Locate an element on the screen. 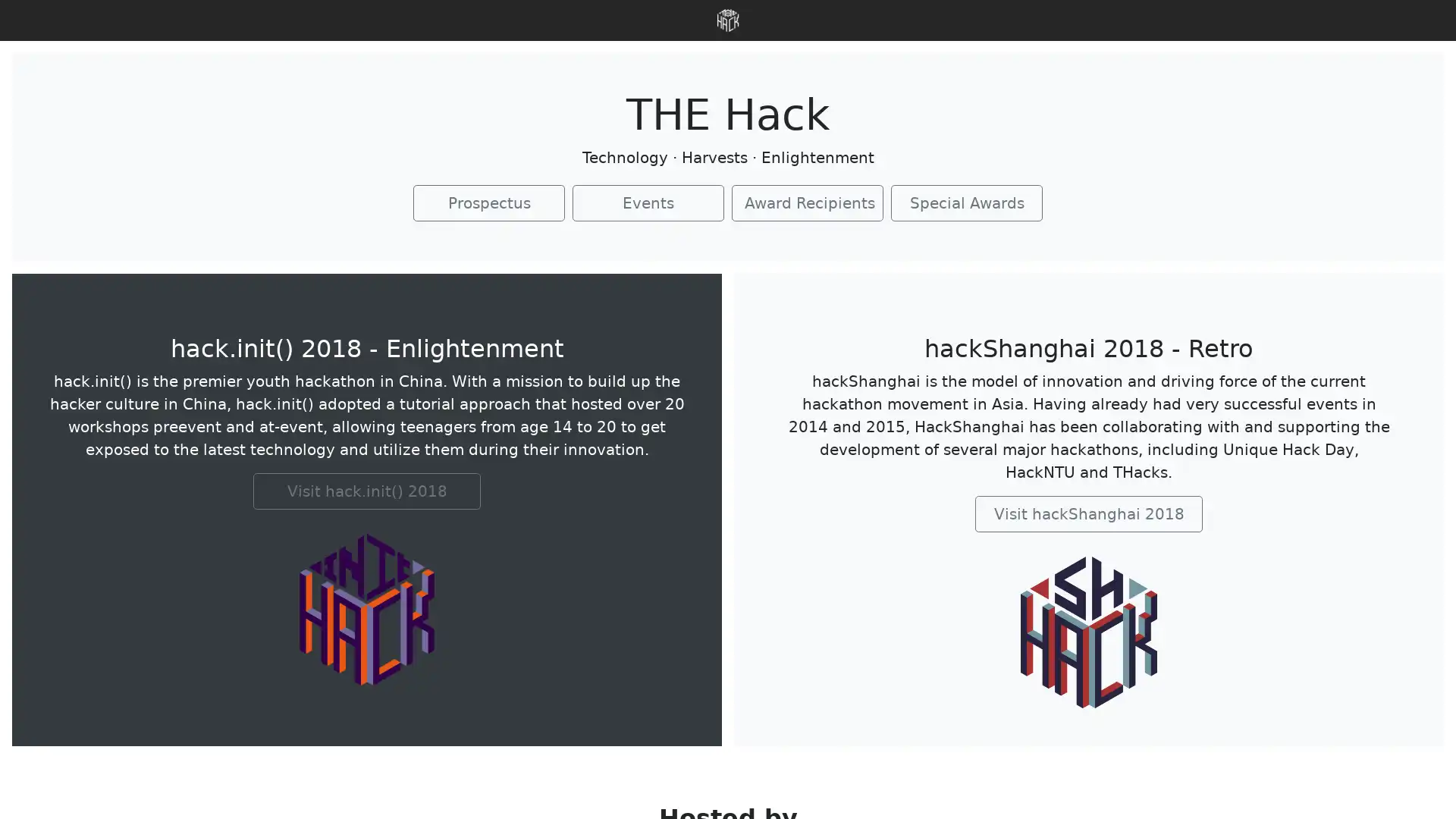 This screenshot has width=1456, height=819. Prospectus is located at coordinates (488, 202).